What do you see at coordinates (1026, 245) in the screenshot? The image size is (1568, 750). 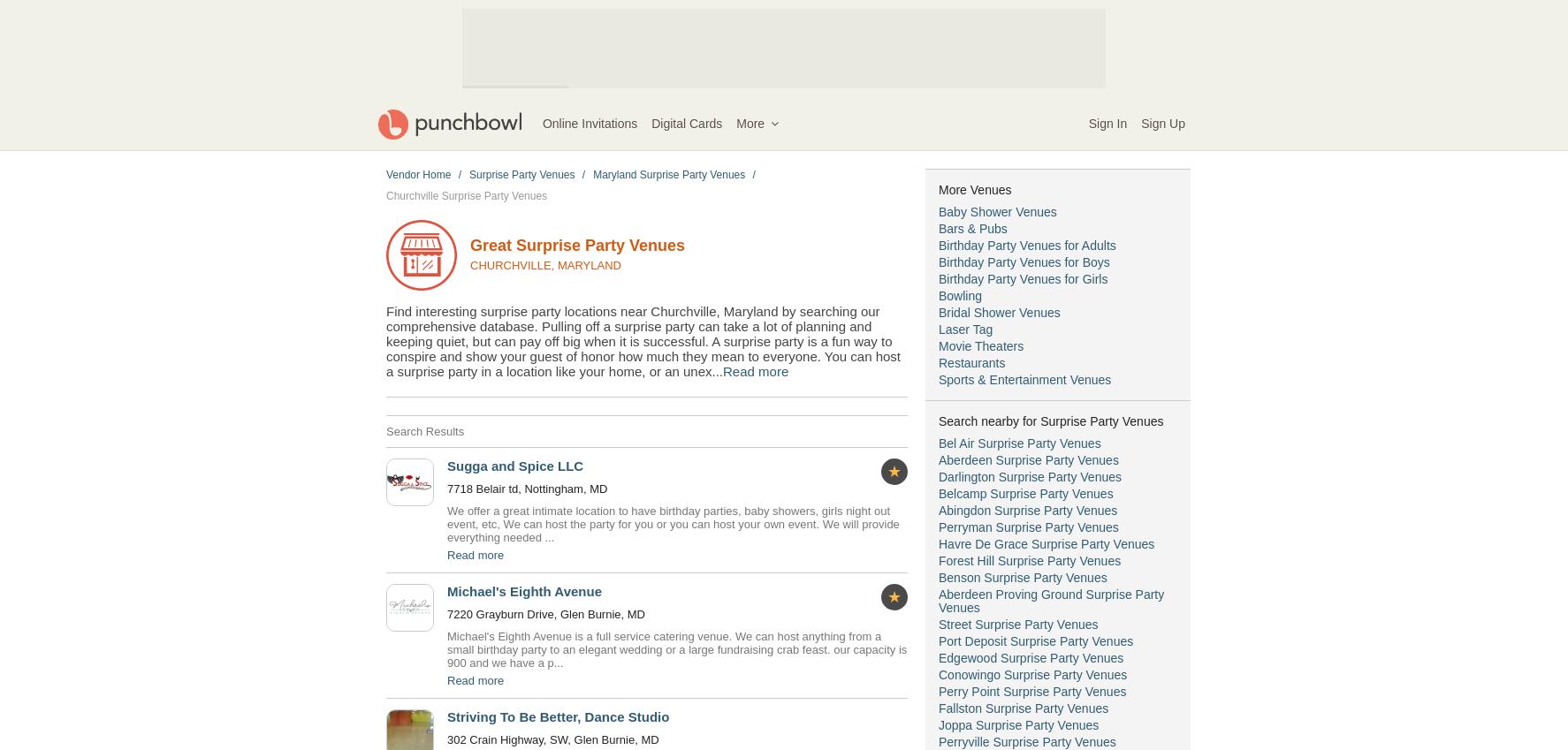 I see `'Birthday Party Venues for Adults'` at bounding box center [1026, 245].